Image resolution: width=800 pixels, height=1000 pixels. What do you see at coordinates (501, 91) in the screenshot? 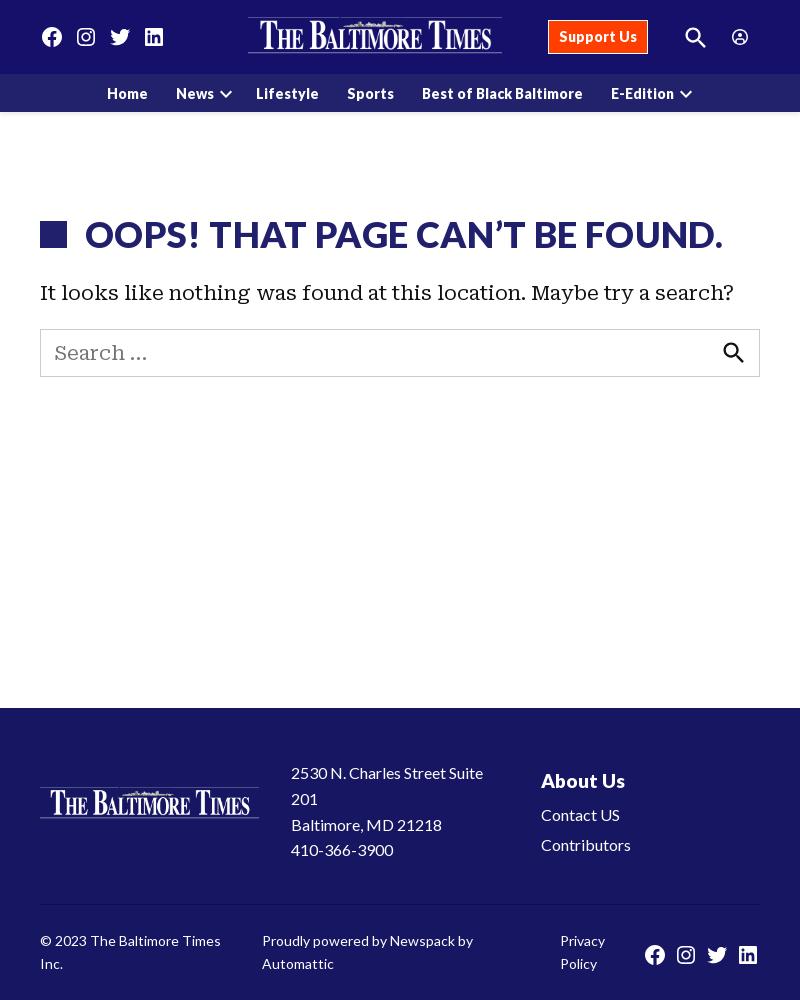
I see `'Best of Black Baltimore'` at bounding box center [501, 91].